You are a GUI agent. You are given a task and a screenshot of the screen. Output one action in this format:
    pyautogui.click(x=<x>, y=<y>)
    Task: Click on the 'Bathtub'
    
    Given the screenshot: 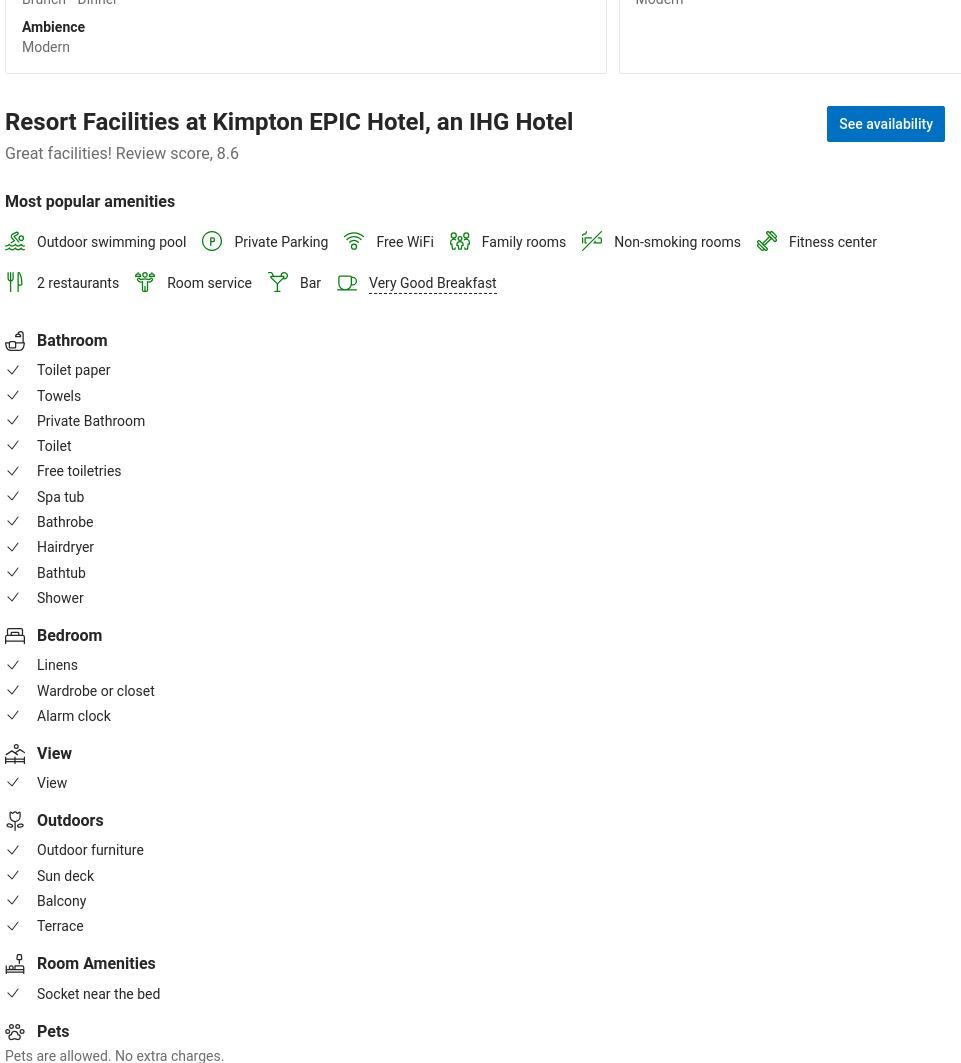 What is the action you would take?
    pyautogui.click(x=61, y=571)
    